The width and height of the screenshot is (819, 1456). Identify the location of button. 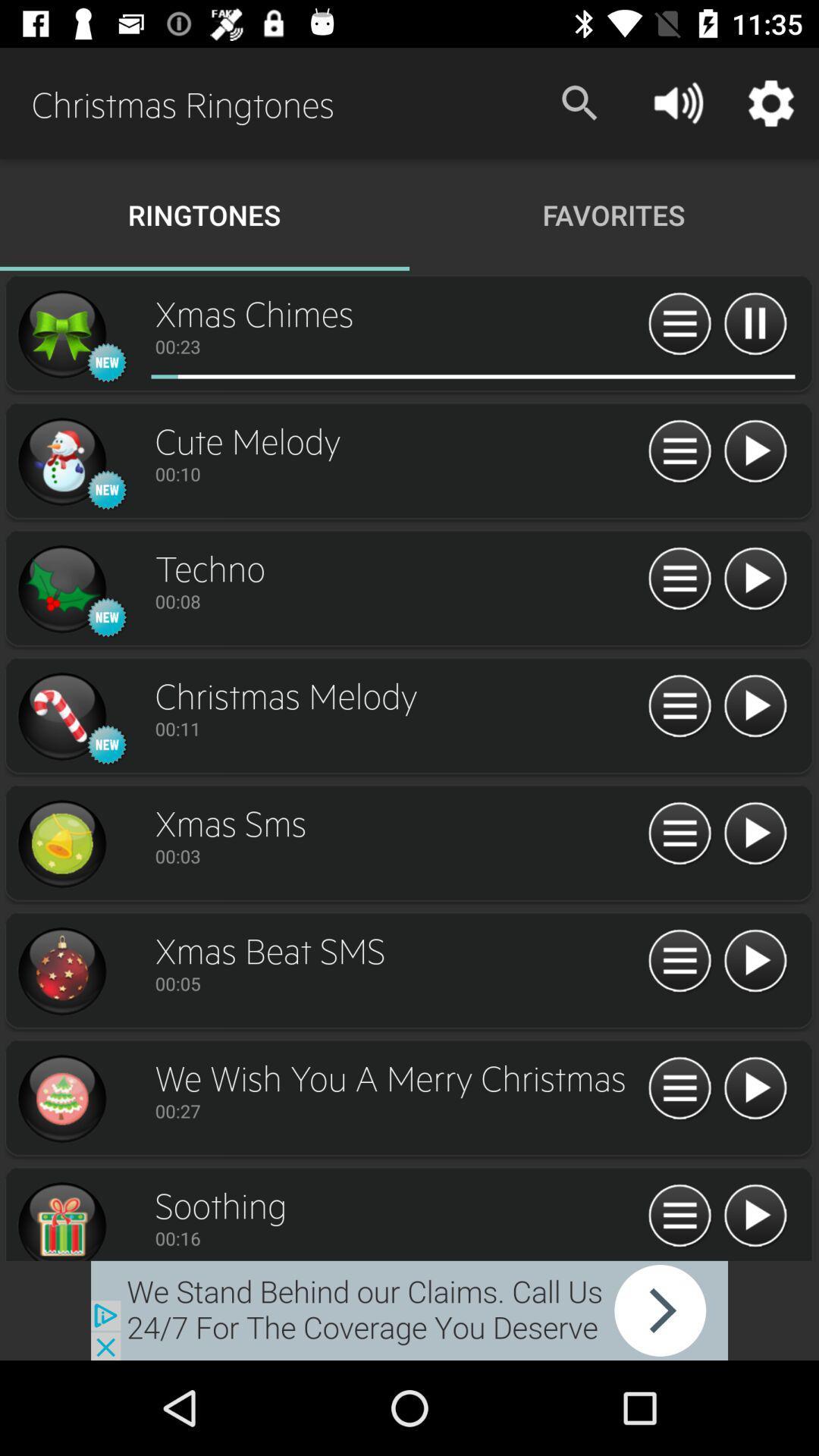
(755, 451).